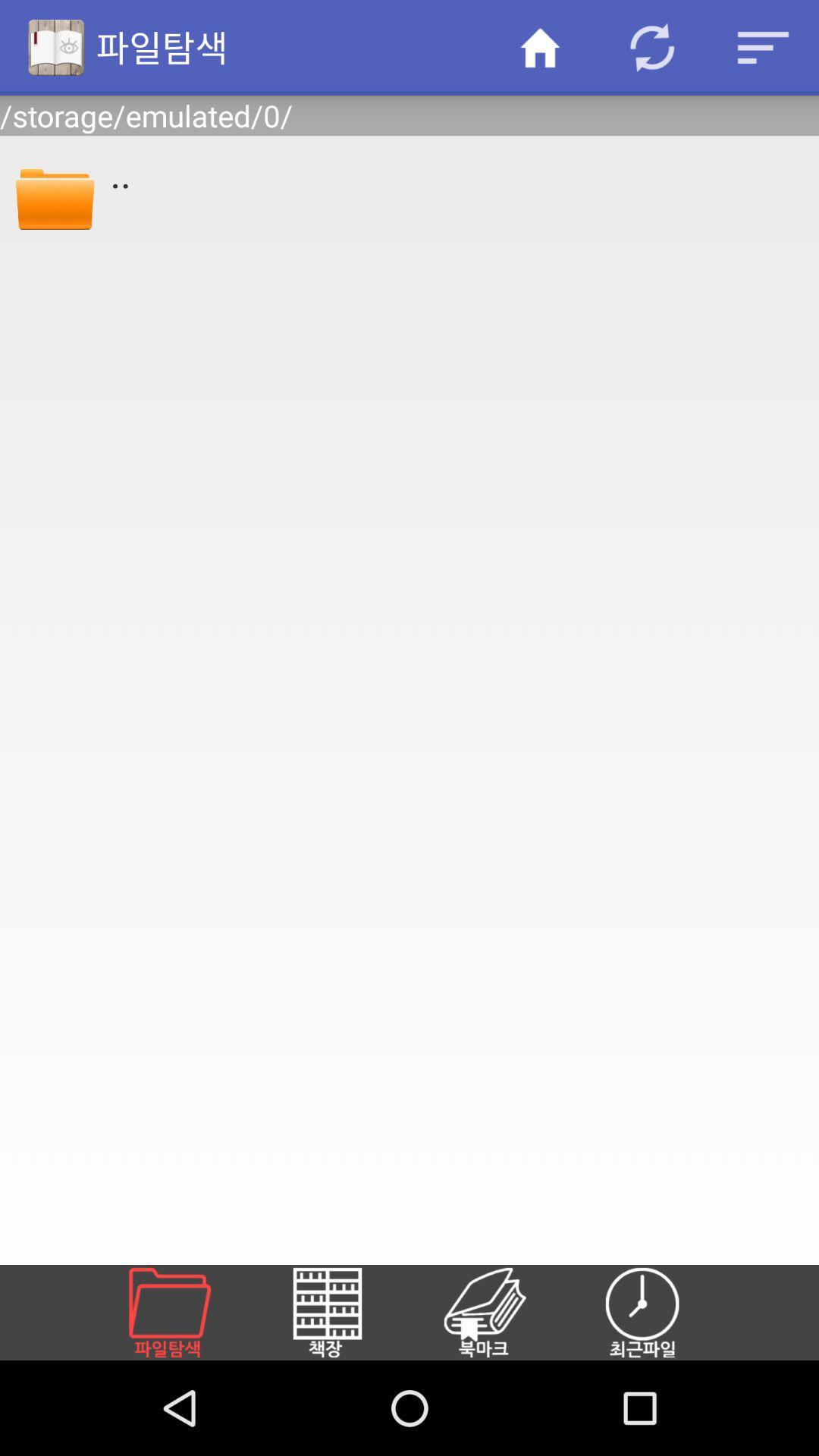 The height and width of the screenshot is (1456, 819). I want to click on app below /storage/emulated/0/, so click(453, 172).